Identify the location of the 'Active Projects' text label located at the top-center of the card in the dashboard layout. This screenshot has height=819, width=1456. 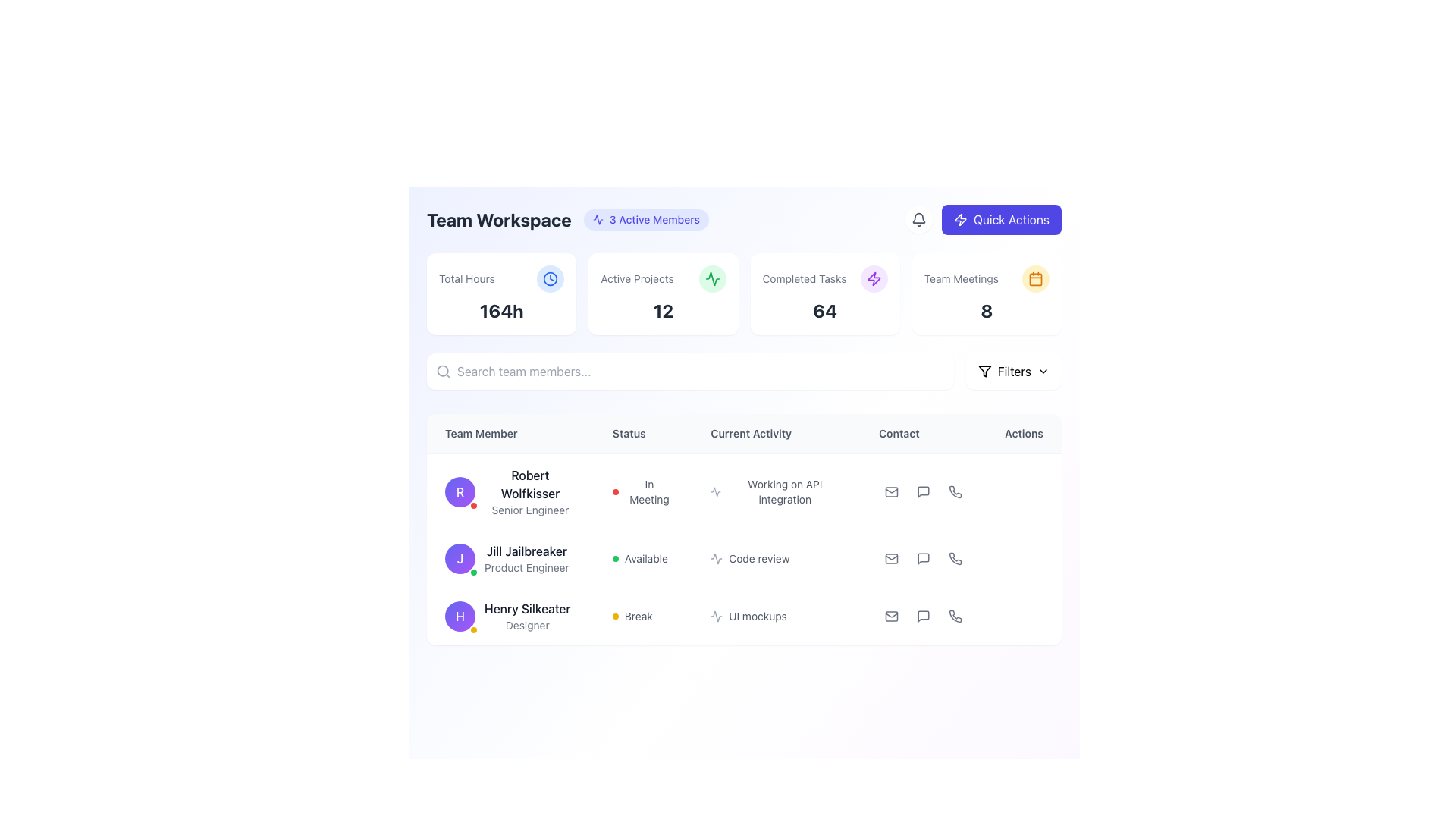
(663, 278).